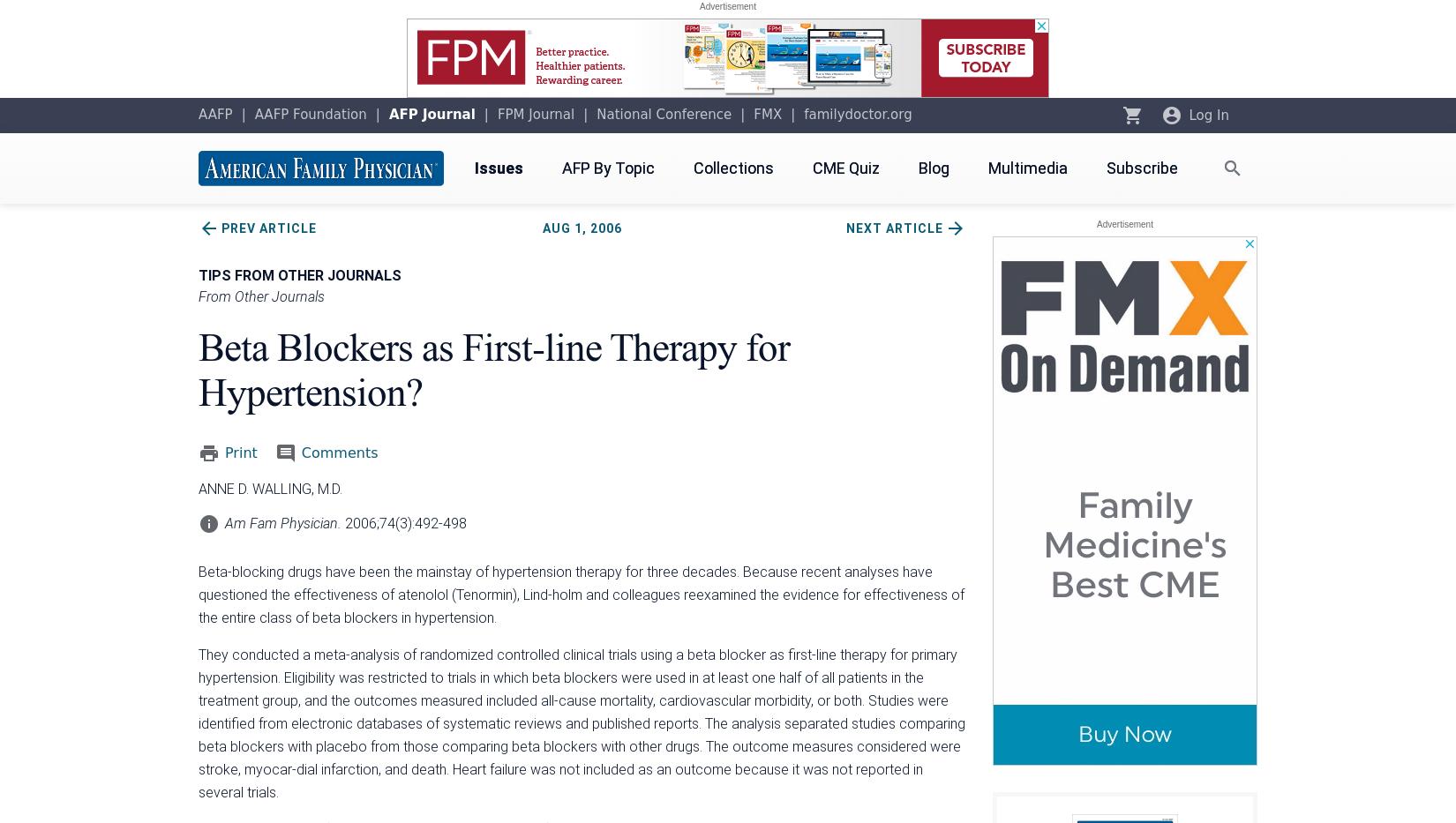 This screenshot has width=1456, height=823. Describe the element at coordinates (199, 767) in the screenshot. I see `'October 29, 2005;366:1545-53.'` at that location.